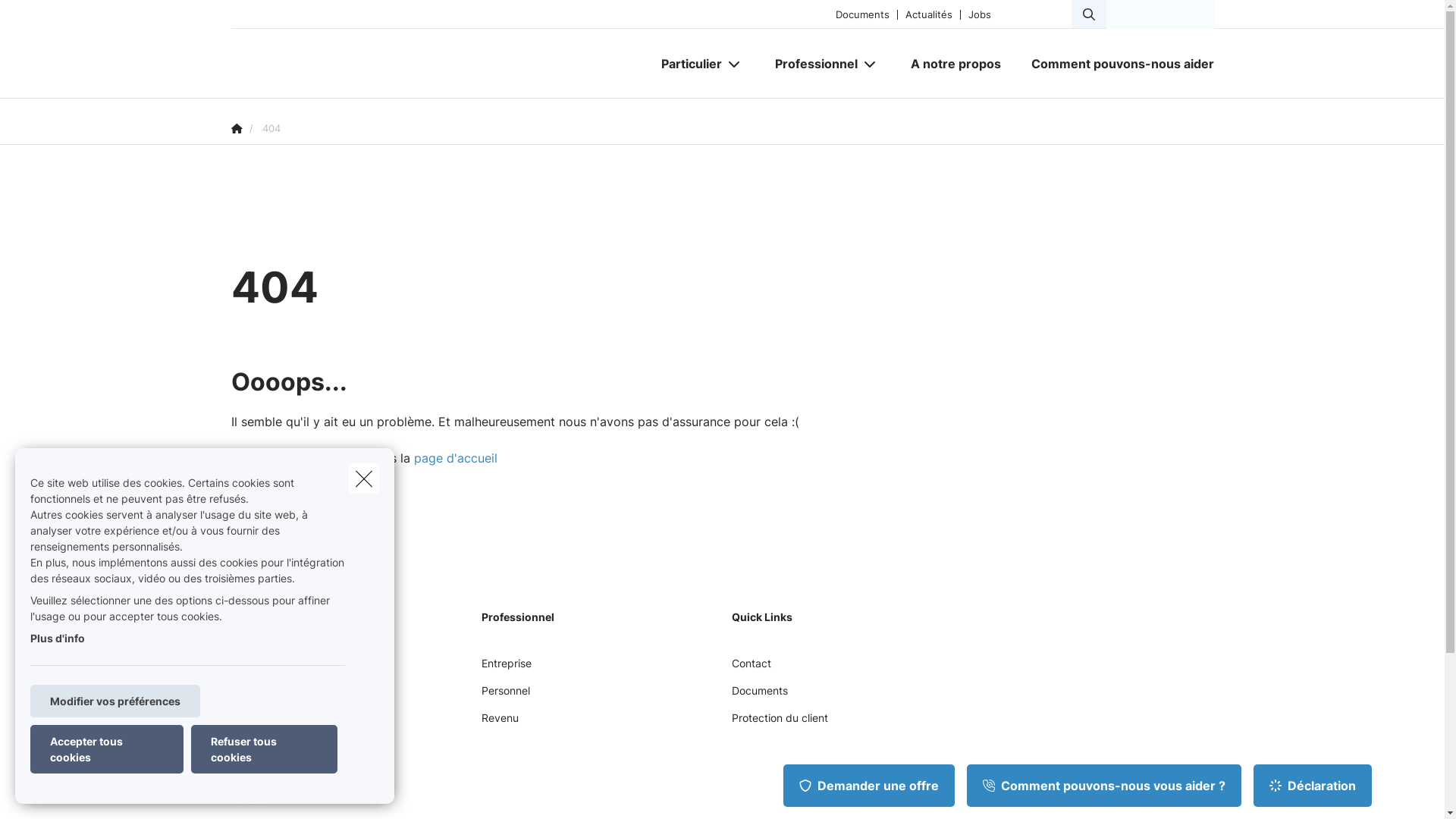 The image size is (1456, 819). What do you see at coordinates (499, 722) in the screenshot?
I see `'Revenu'` at bounding box center [499, 722].